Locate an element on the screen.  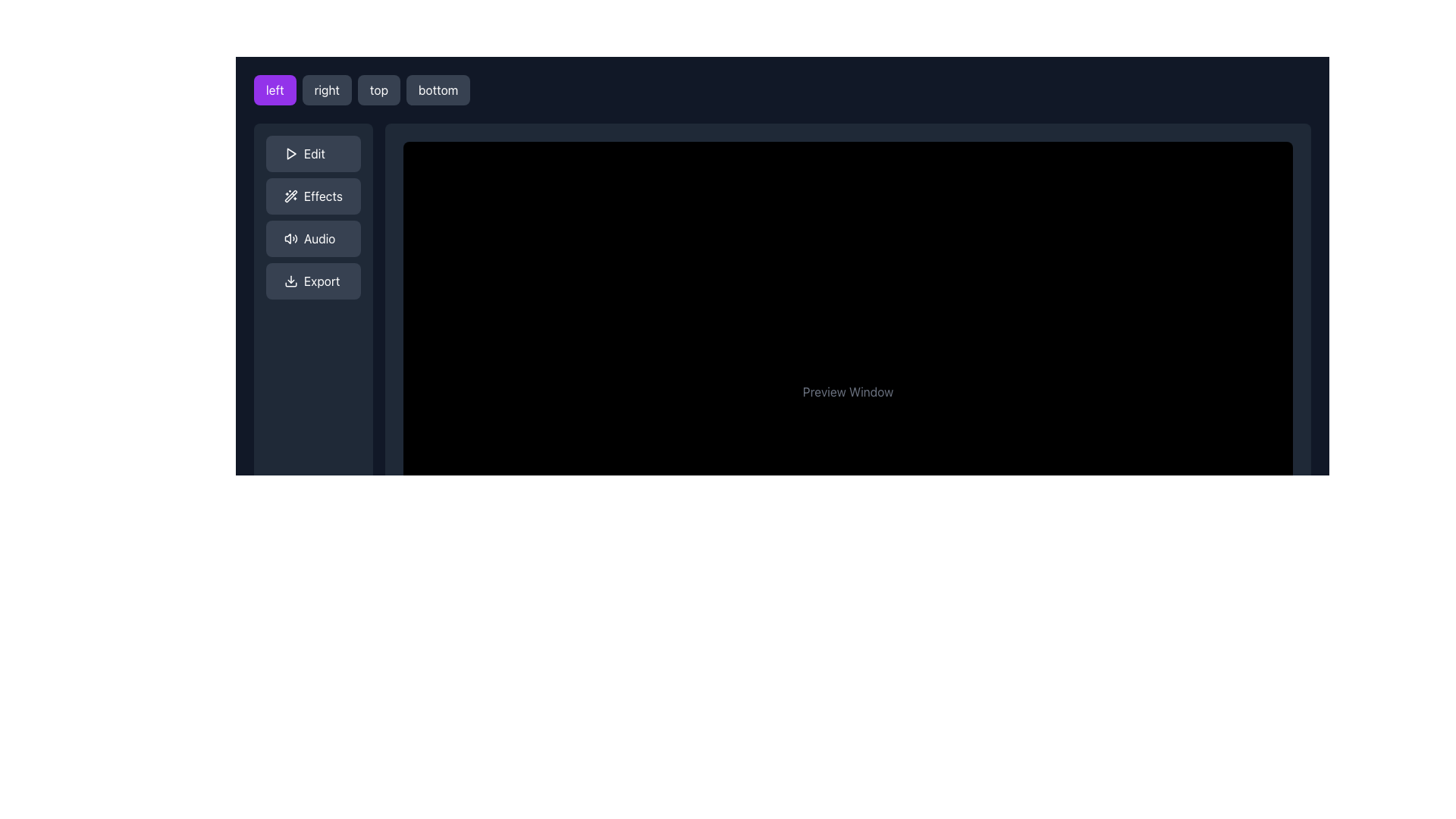
the button labeled 'right' which is the second button in a row of four, situated between the 'left' button and the 'top' button is located at coordinates (326, 90).